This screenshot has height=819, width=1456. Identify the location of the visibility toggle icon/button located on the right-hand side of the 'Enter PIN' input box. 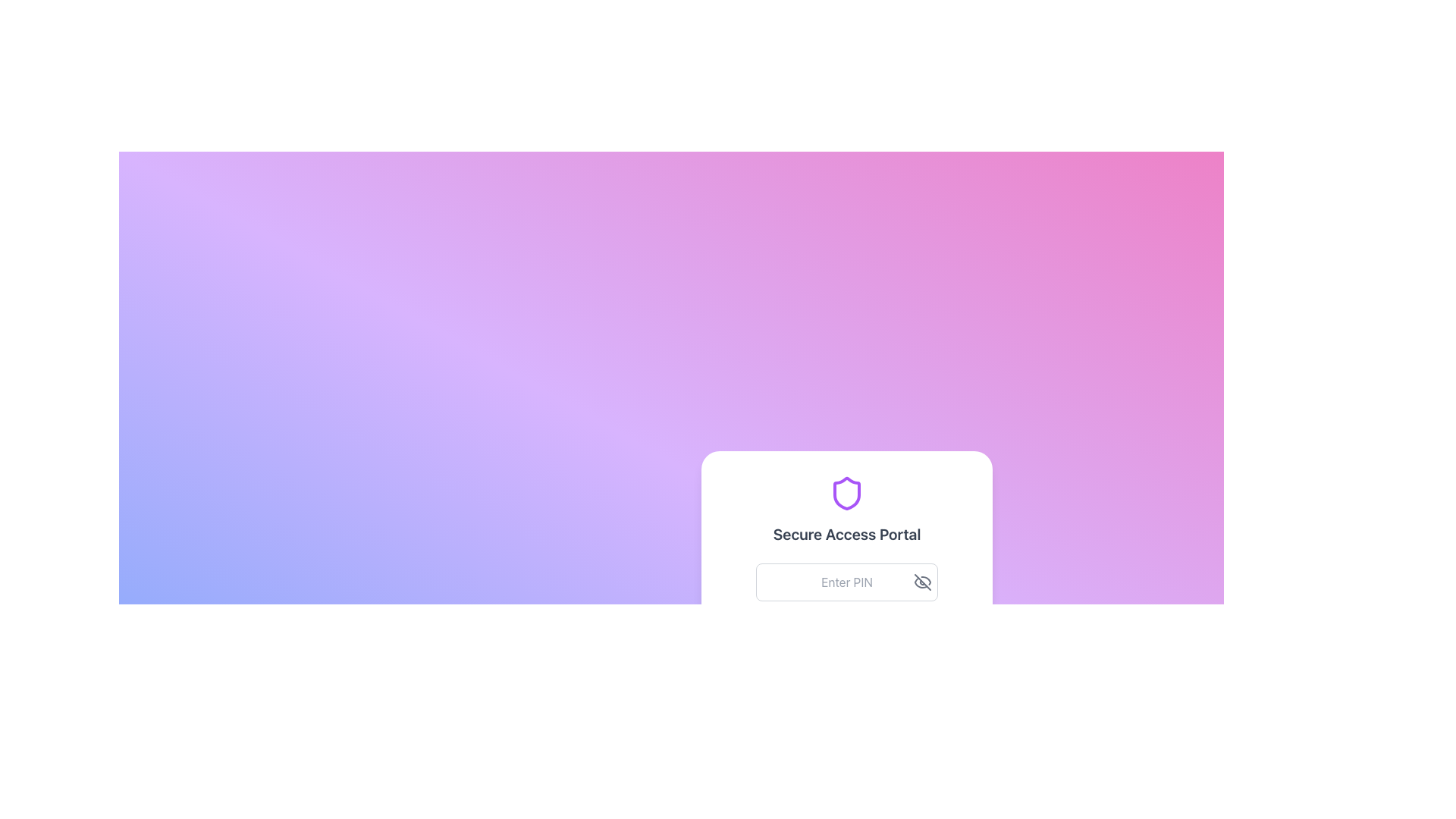
(922, 581).